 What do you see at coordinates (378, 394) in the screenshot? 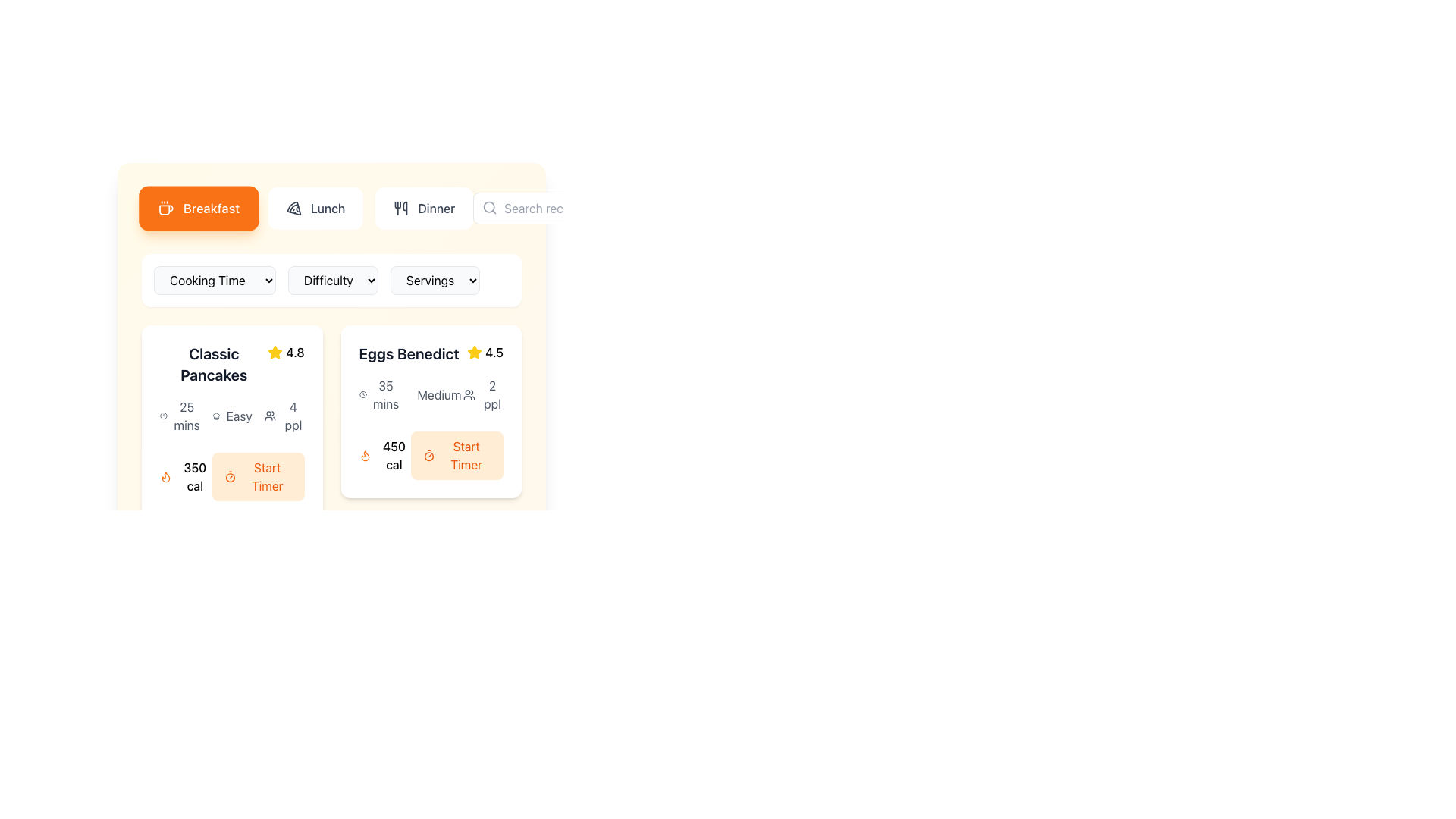
I see `the information display element that indicates the estimated preparation time for the 'Eggs Benedict' recipe, located in the top-left corner of the recipe card` at bounding box center [378, 394].